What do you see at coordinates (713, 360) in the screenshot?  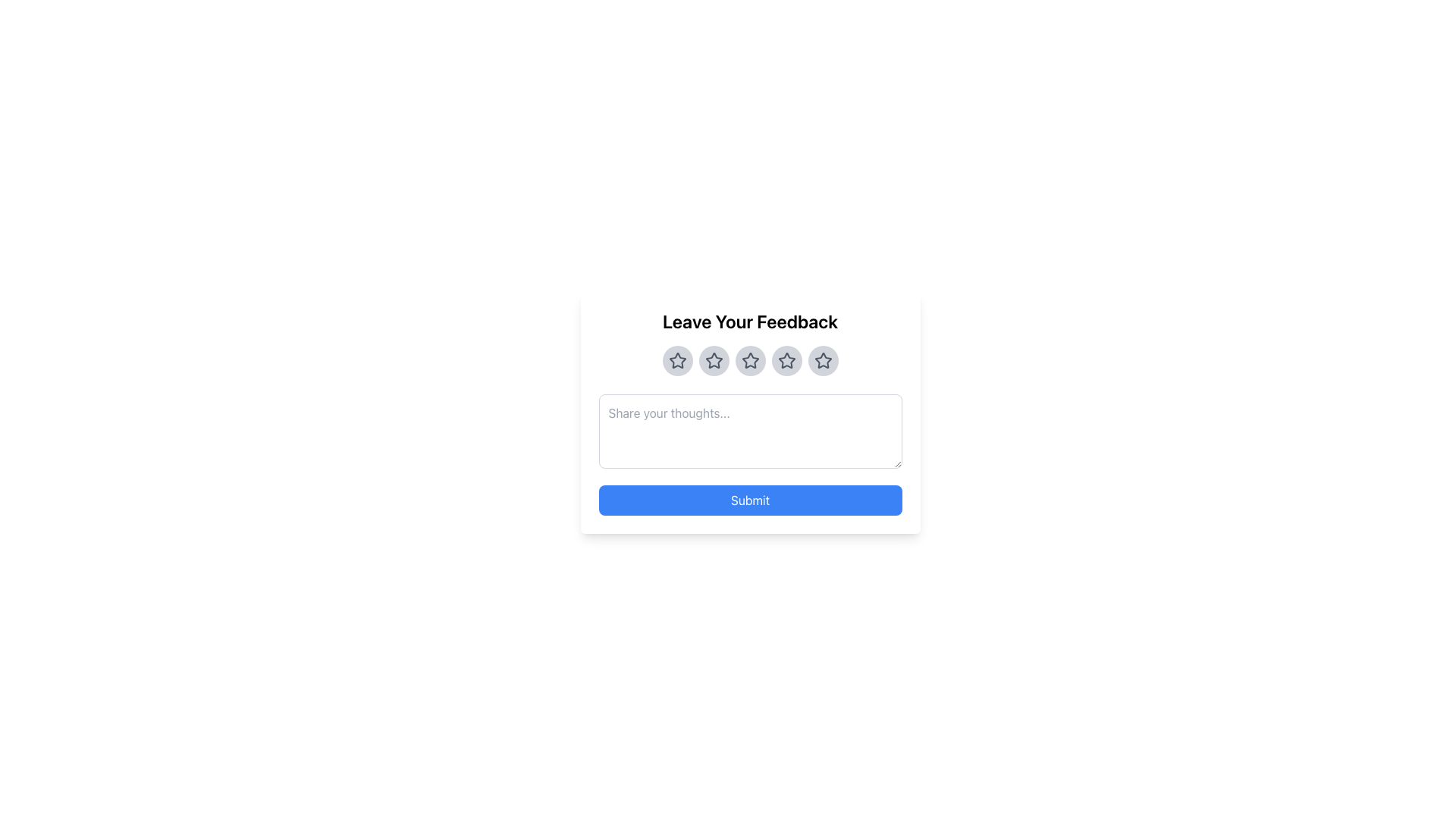 I see `the second star icon with a gray outline and hollow center, positioned below the 'Leave Your Feedback' title` at bounding box center [713, 360].